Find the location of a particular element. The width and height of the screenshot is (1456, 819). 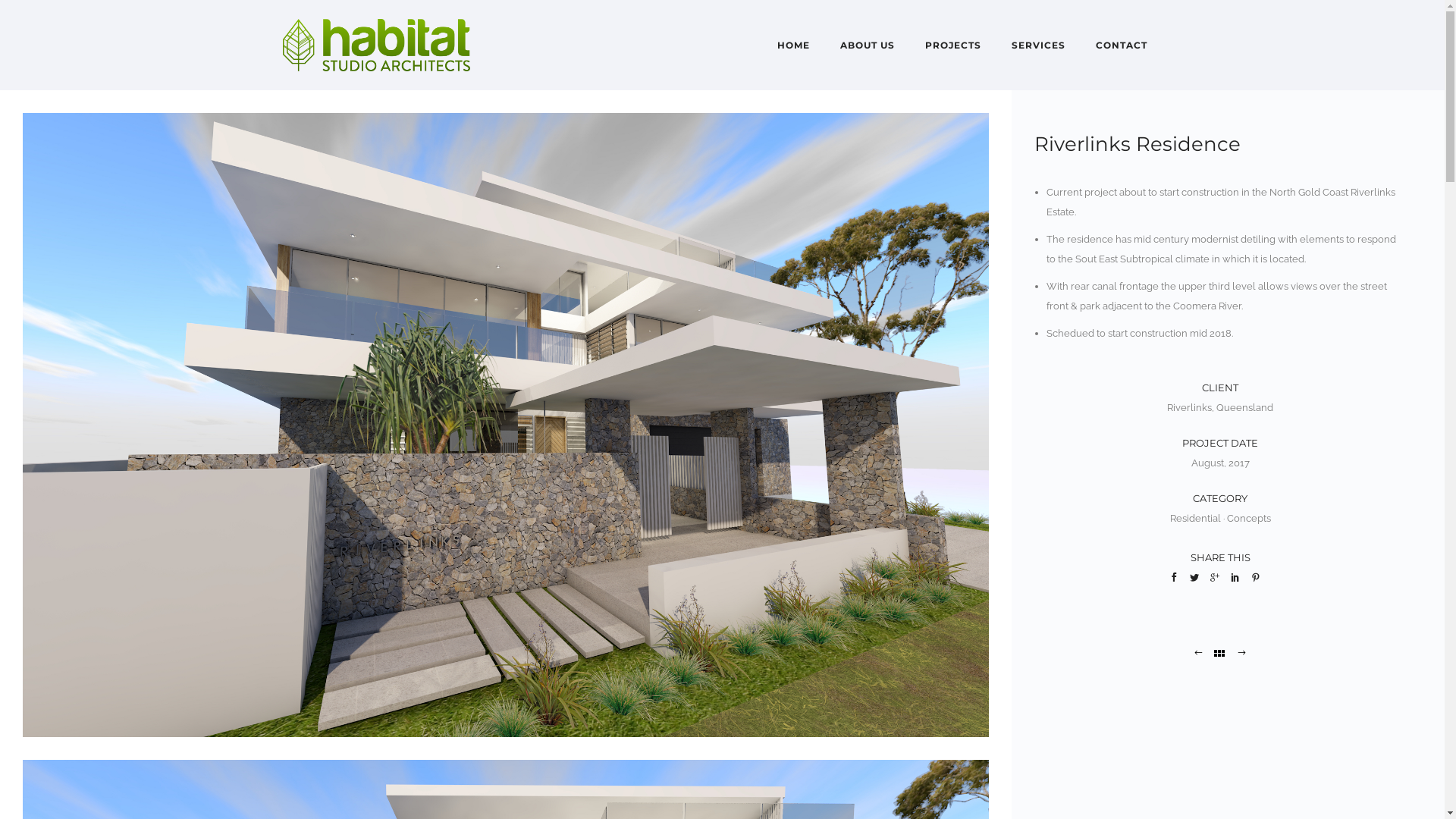

'SERVICES' is located at coordinates (1037, 44).